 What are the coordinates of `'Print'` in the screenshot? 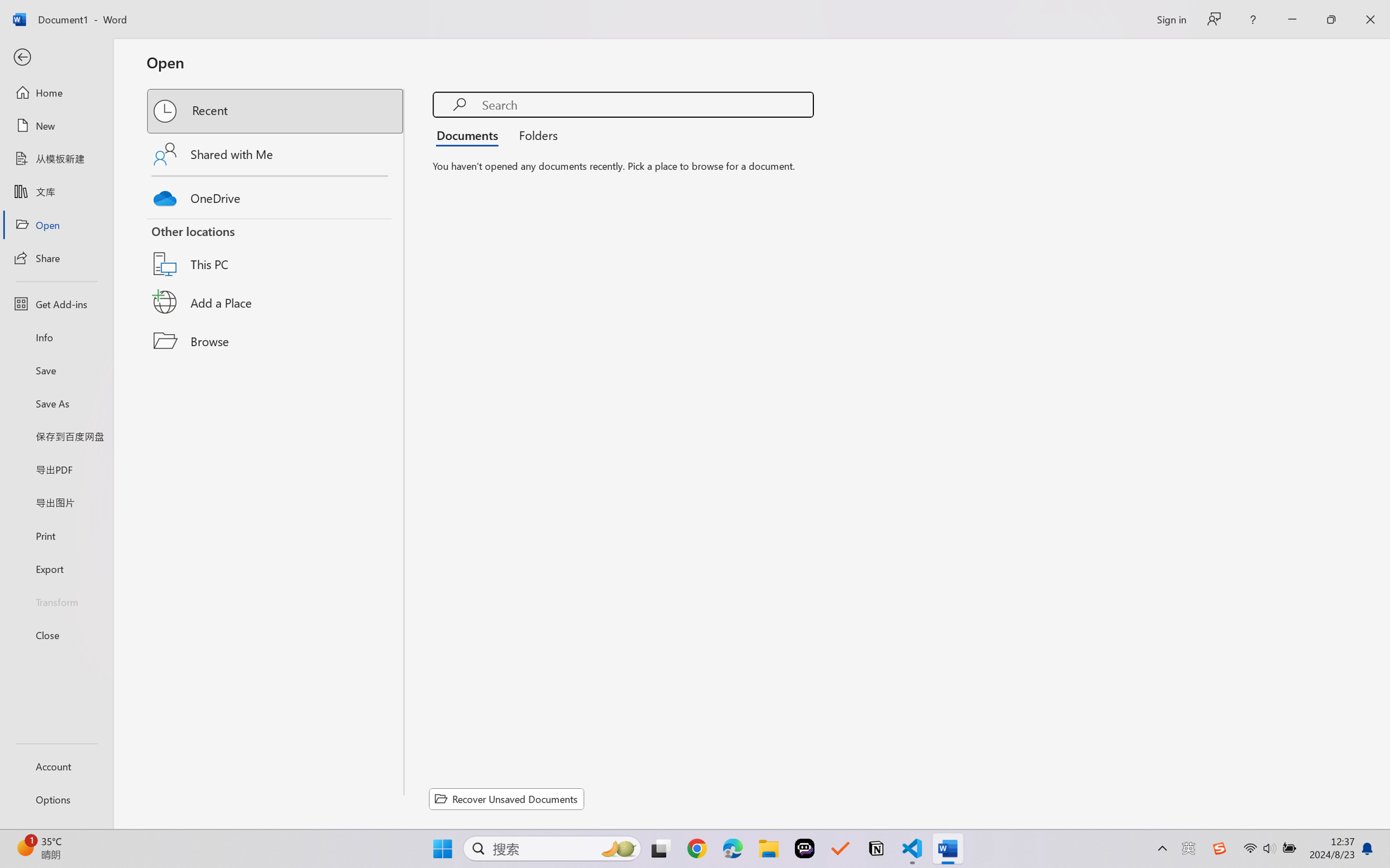 It's located at (56, 536).